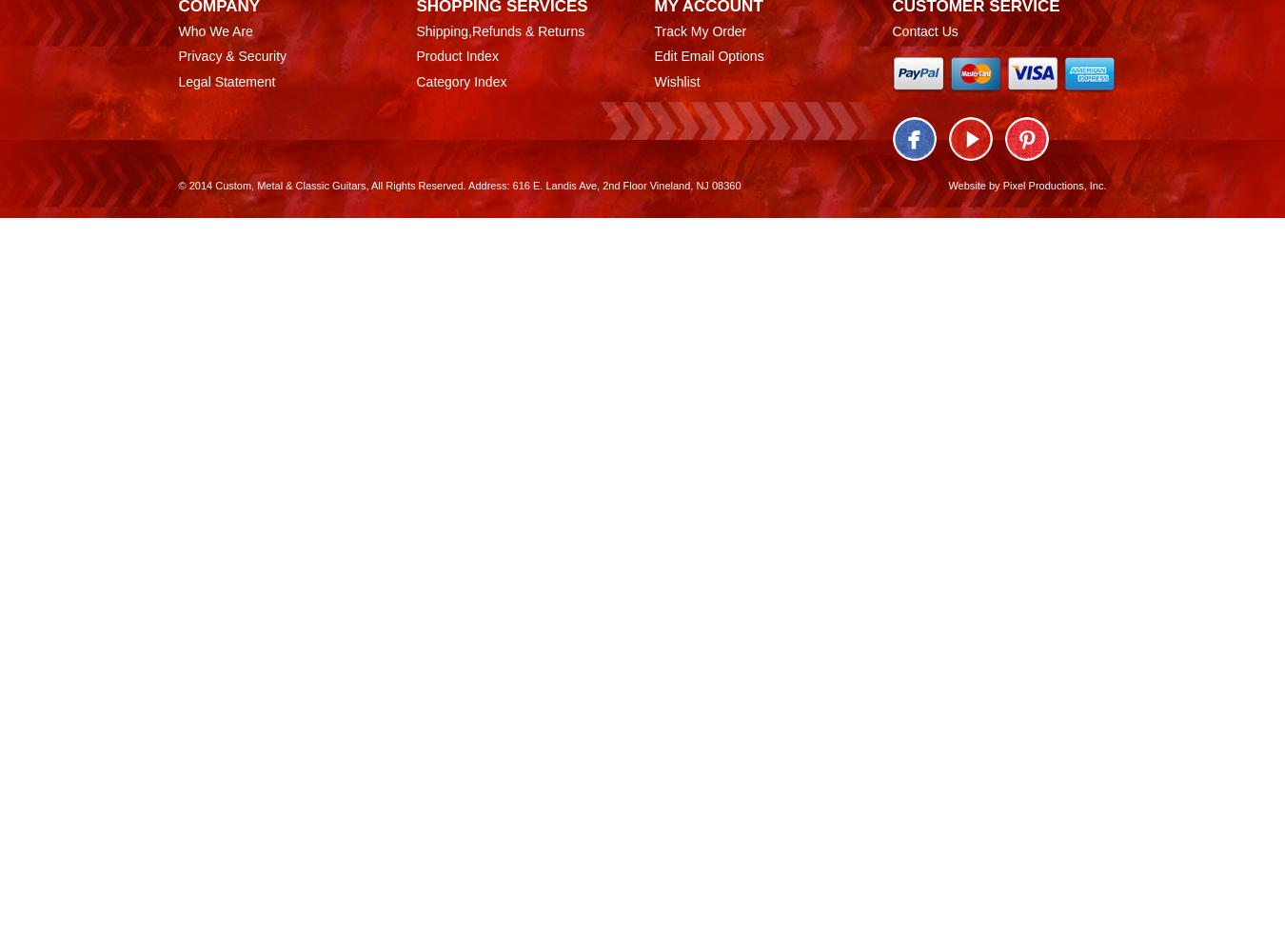 Image resolution: width=1285 pixels, height=952 pixels. What do you see at coordinates (458, 185) in the screenshot?
I see `'© 2014 Custom, Metal & Classic Guitars, All Rights Reserved.     Address: 616 E. Landis Ave, 2nd Floor Vineland, NJ 08360'` at bounding box center [458, 185].